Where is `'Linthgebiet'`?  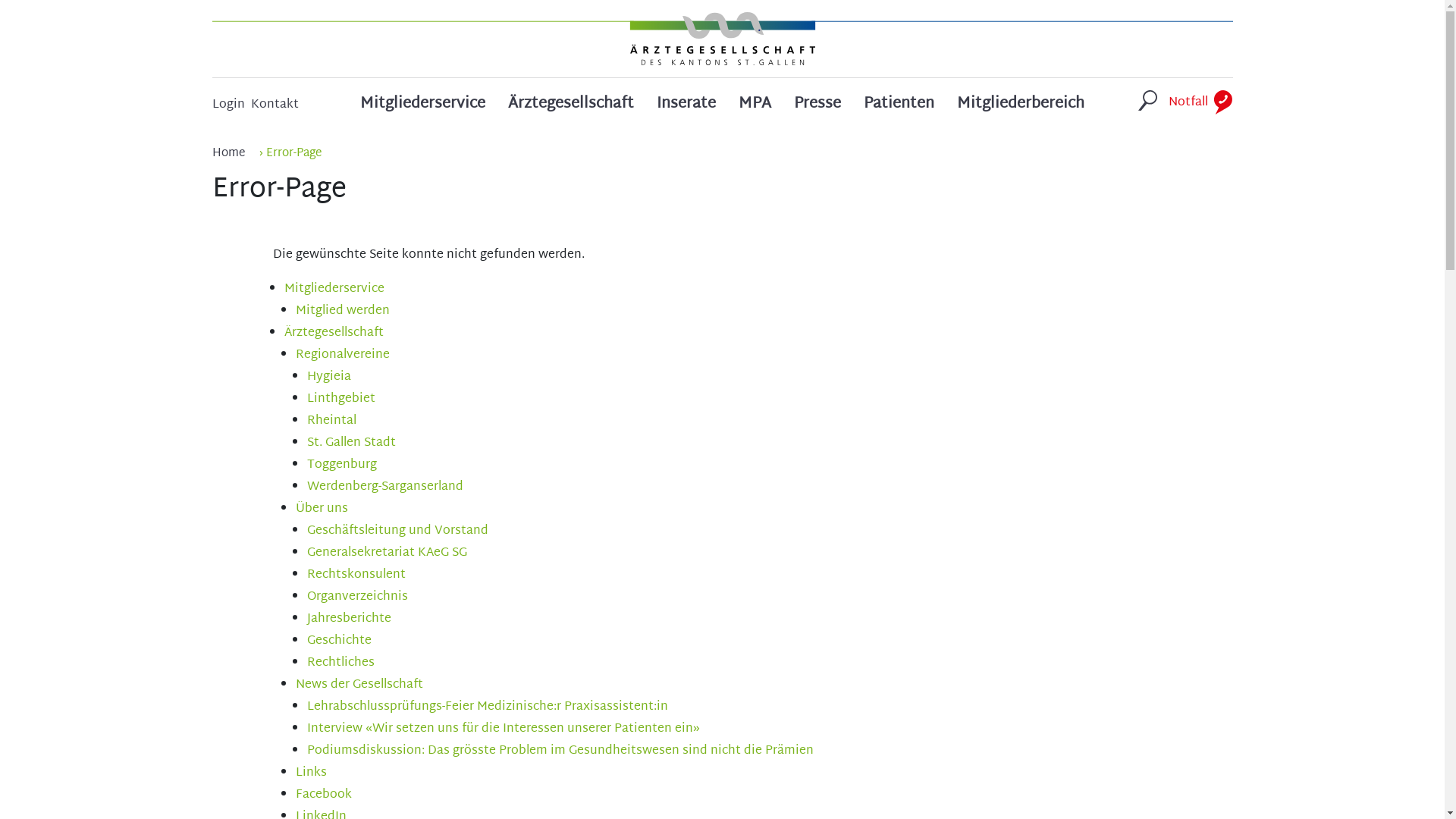 'Linthgebiet' is located at coordinates (340, 398).